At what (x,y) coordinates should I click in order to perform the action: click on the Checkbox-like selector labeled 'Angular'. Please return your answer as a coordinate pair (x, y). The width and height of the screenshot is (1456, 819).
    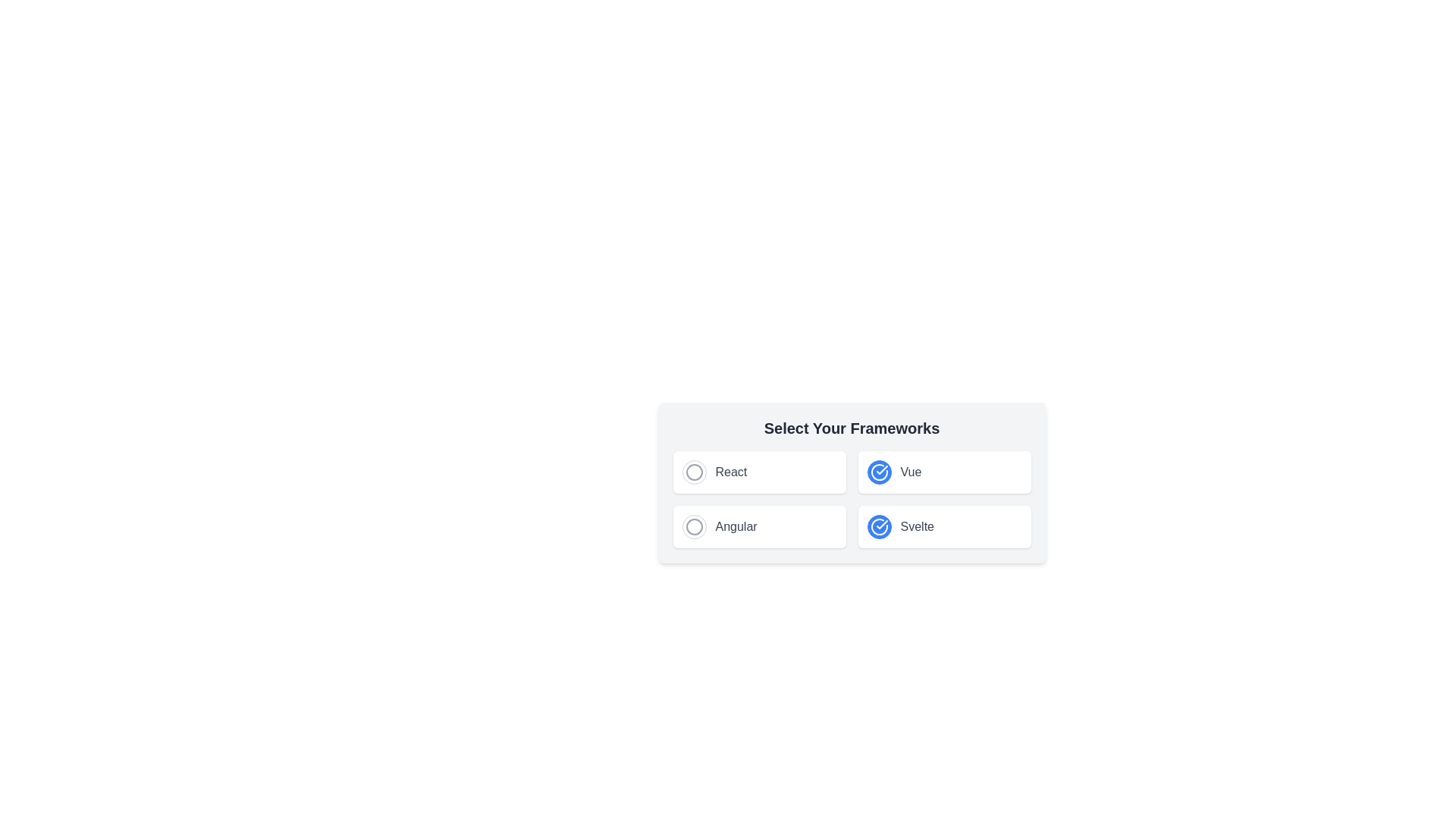
    Looking at the image, I should click on (759, 526).